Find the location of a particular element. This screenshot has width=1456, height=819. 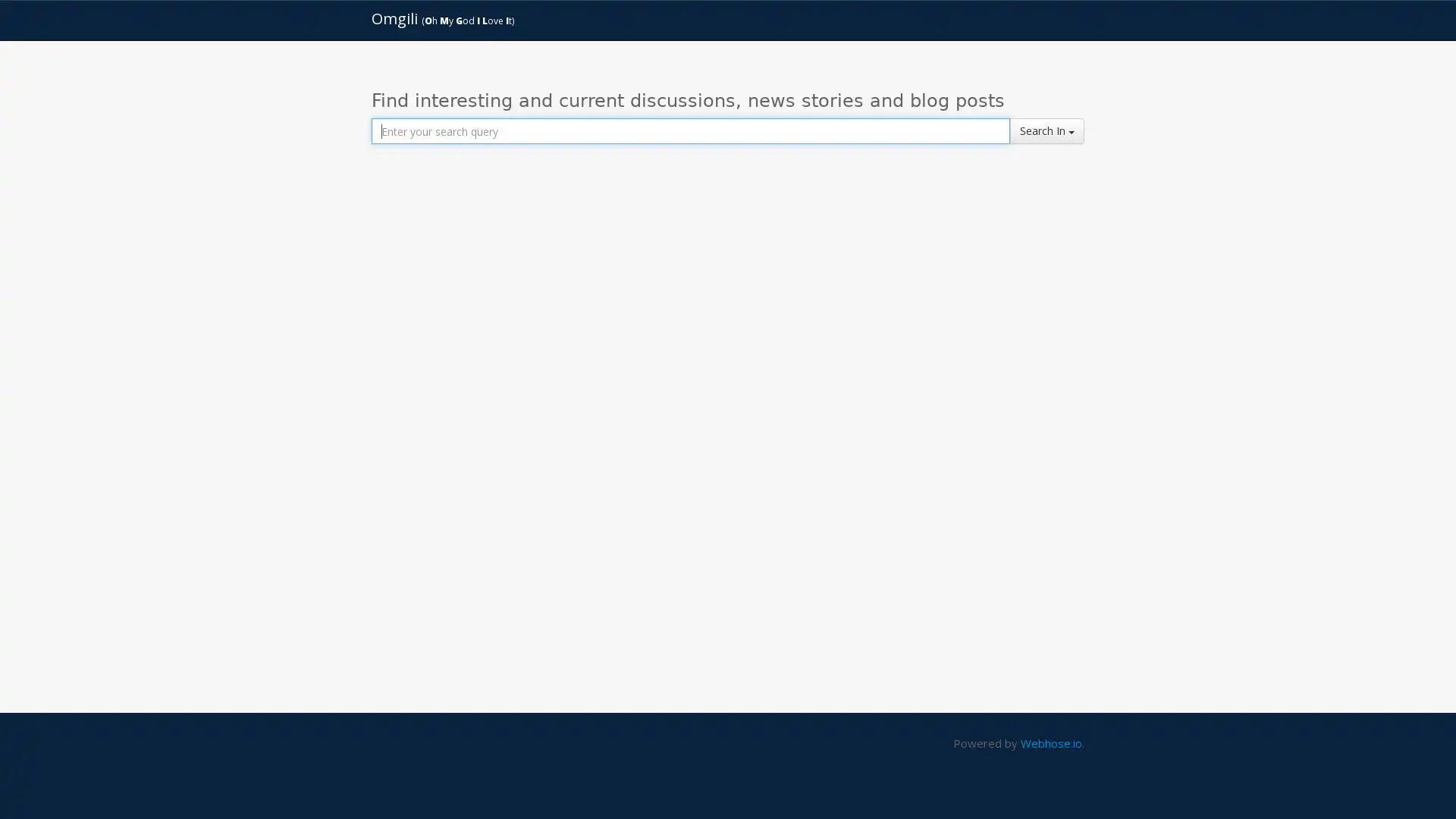

Search In is located at coordinates (1046, 130).